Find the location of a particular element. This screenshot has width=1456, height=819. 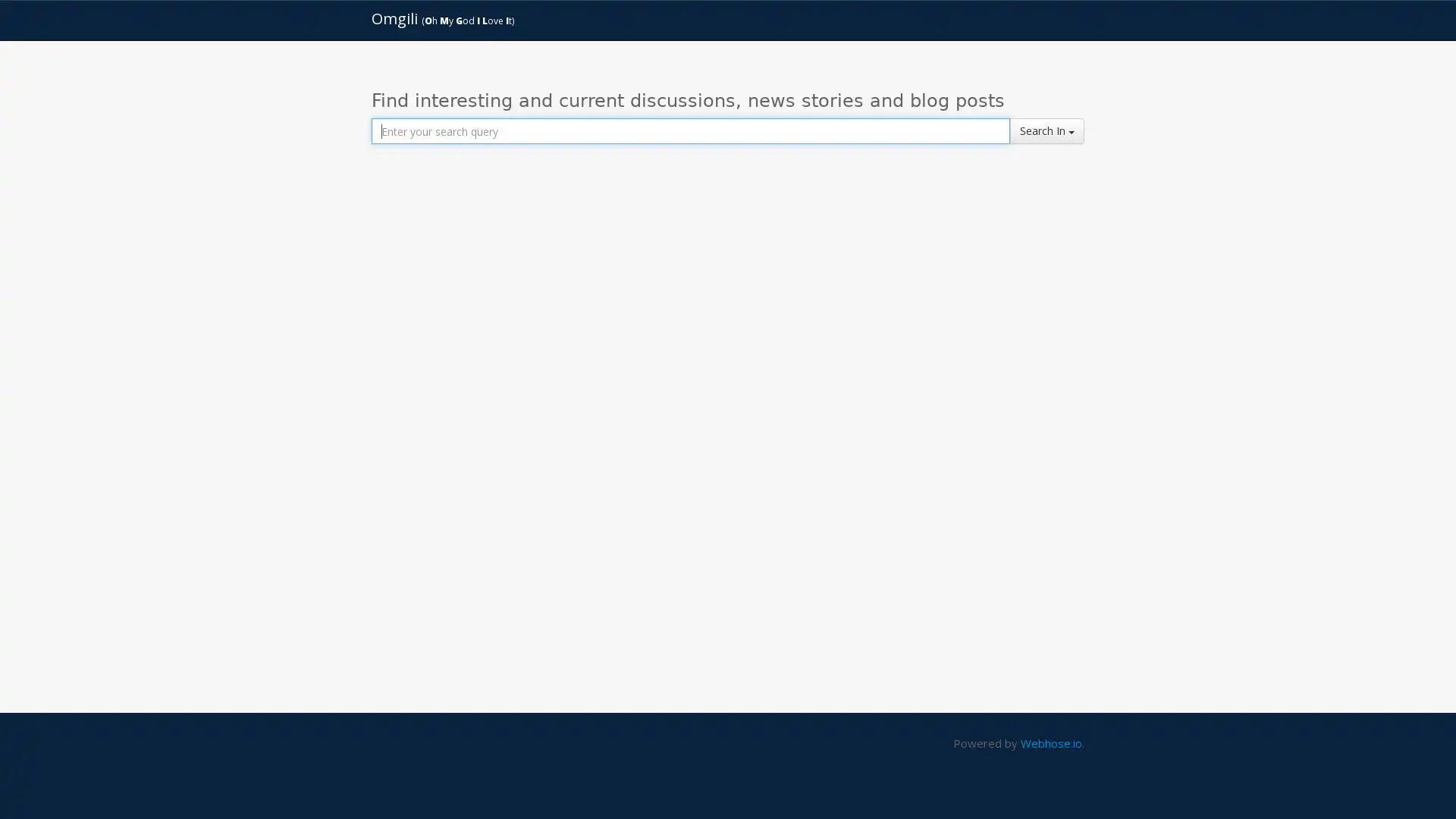

Search In is located at coordinates (1046, 130).